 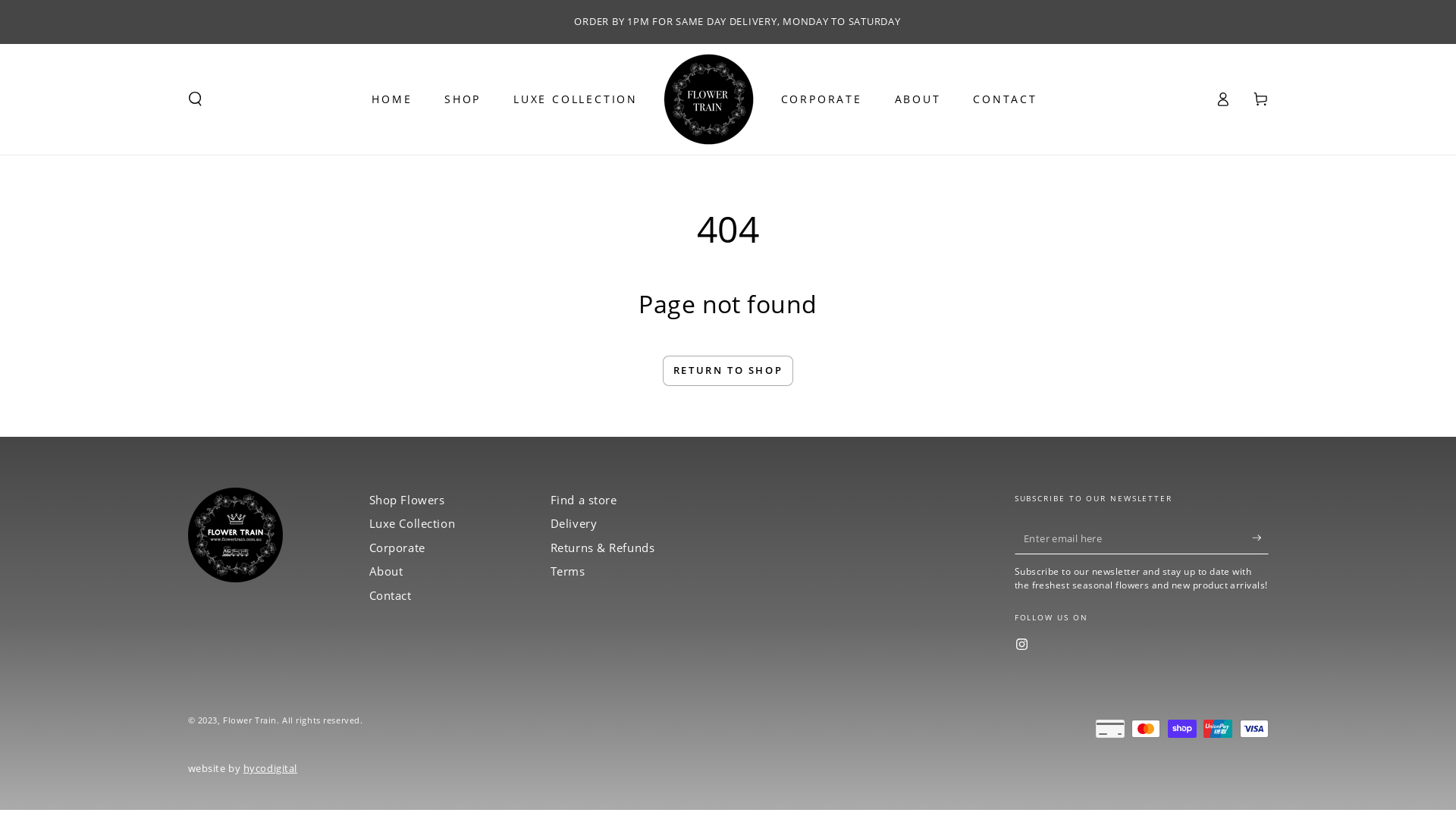 I want to click on 'hycodigital', so click(x=270, y=768).